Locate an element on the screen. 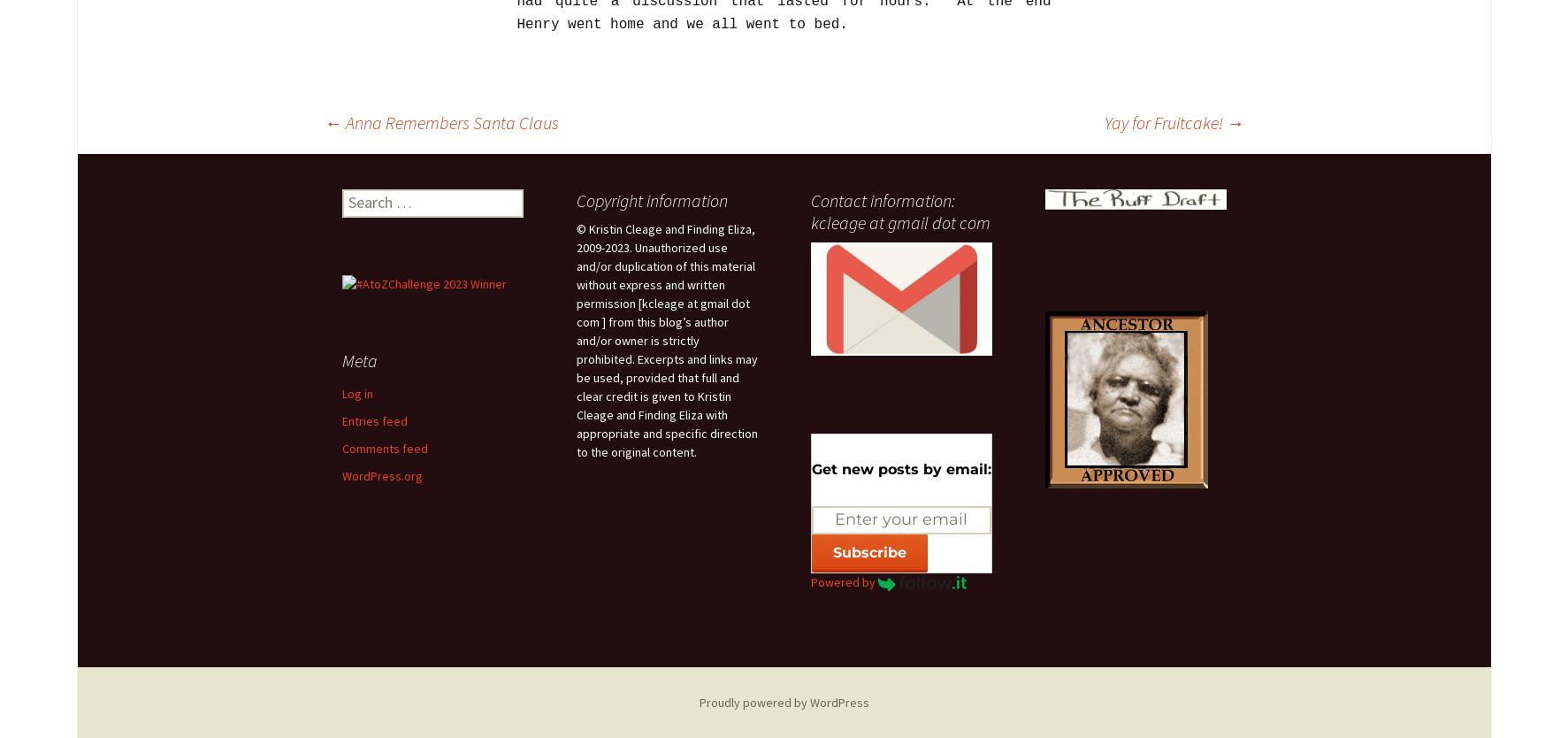  'My Poetry Blog' is located at coordinates (1087, 220).